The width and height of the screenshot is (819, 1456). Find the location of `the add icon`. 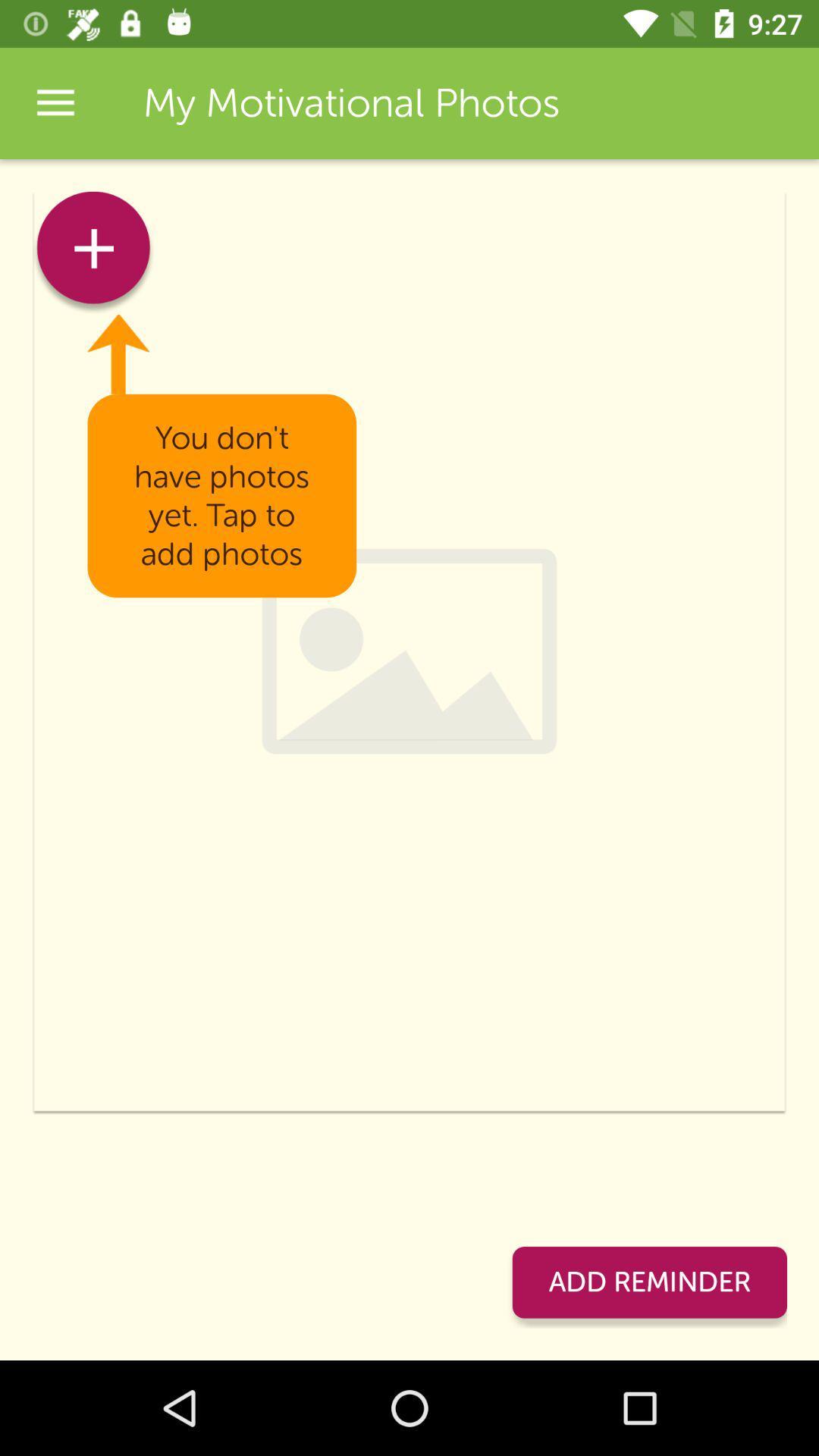

the add icon is located at coordinates (93, 253).